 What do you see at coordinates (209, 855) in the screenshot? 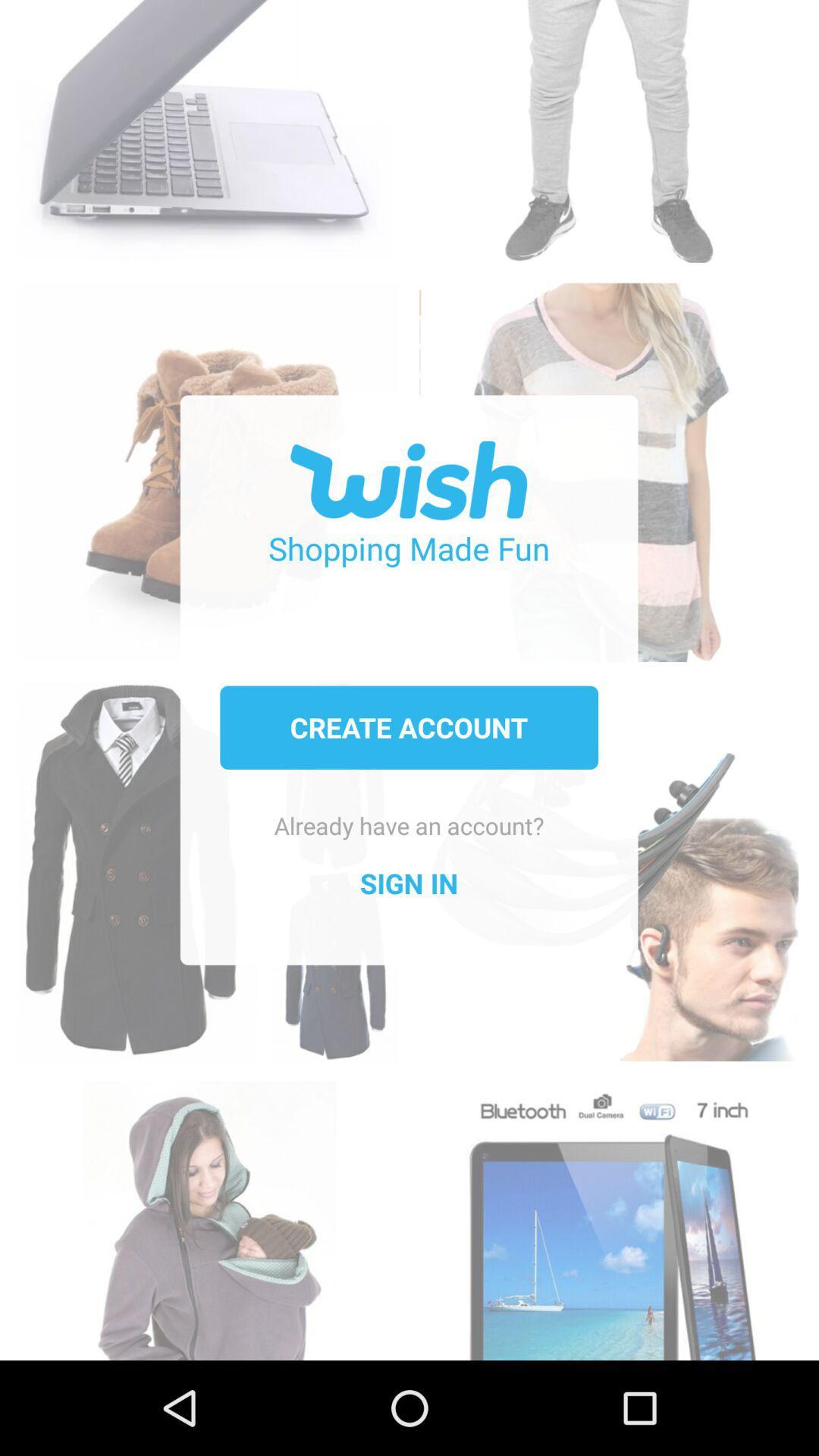
I see `item on the left` at bounding box center [209, 855].